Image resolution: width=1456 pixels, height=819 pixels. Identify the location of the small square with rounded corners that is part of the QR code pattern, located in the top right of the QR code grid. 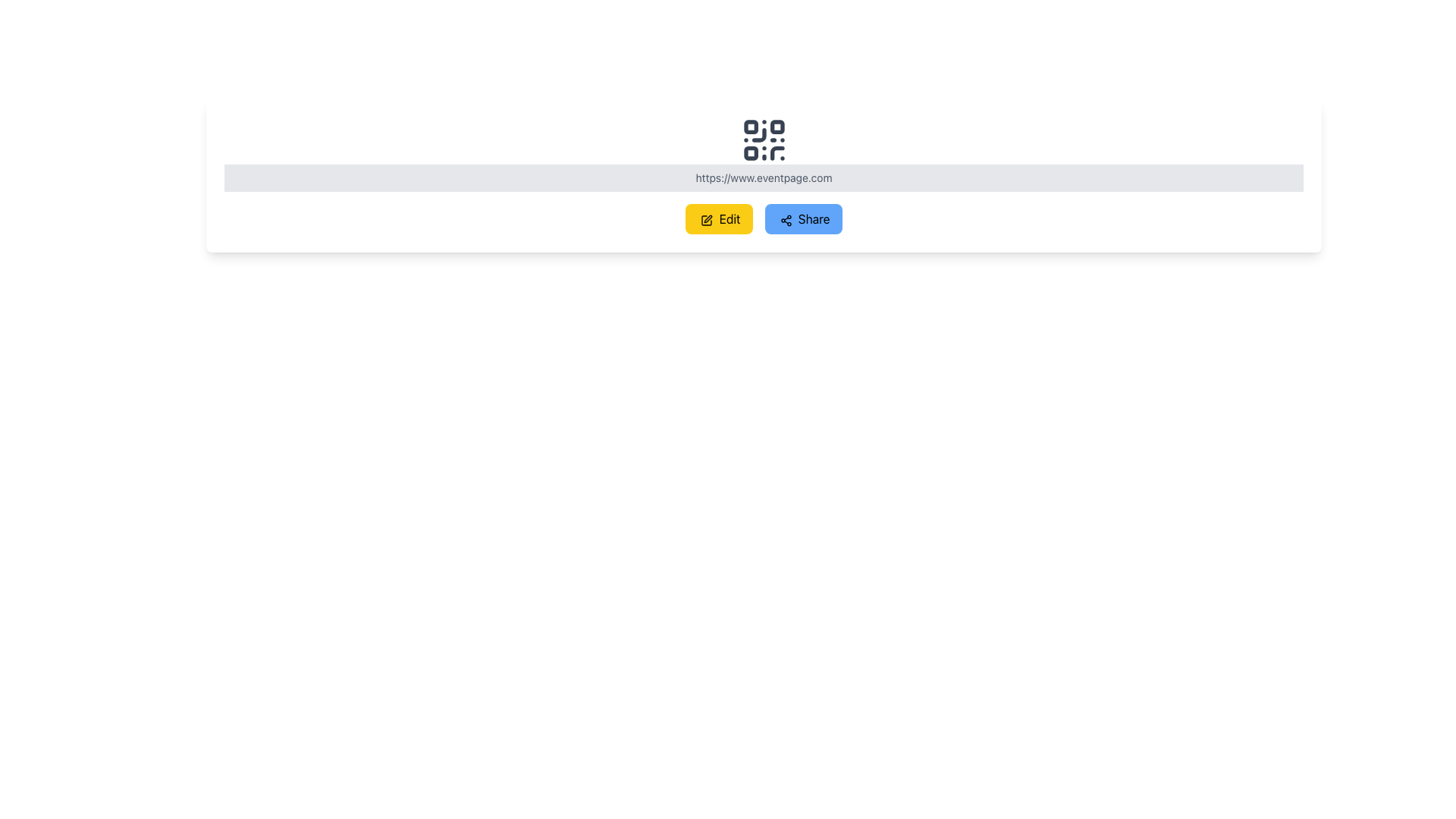
(777, 126).